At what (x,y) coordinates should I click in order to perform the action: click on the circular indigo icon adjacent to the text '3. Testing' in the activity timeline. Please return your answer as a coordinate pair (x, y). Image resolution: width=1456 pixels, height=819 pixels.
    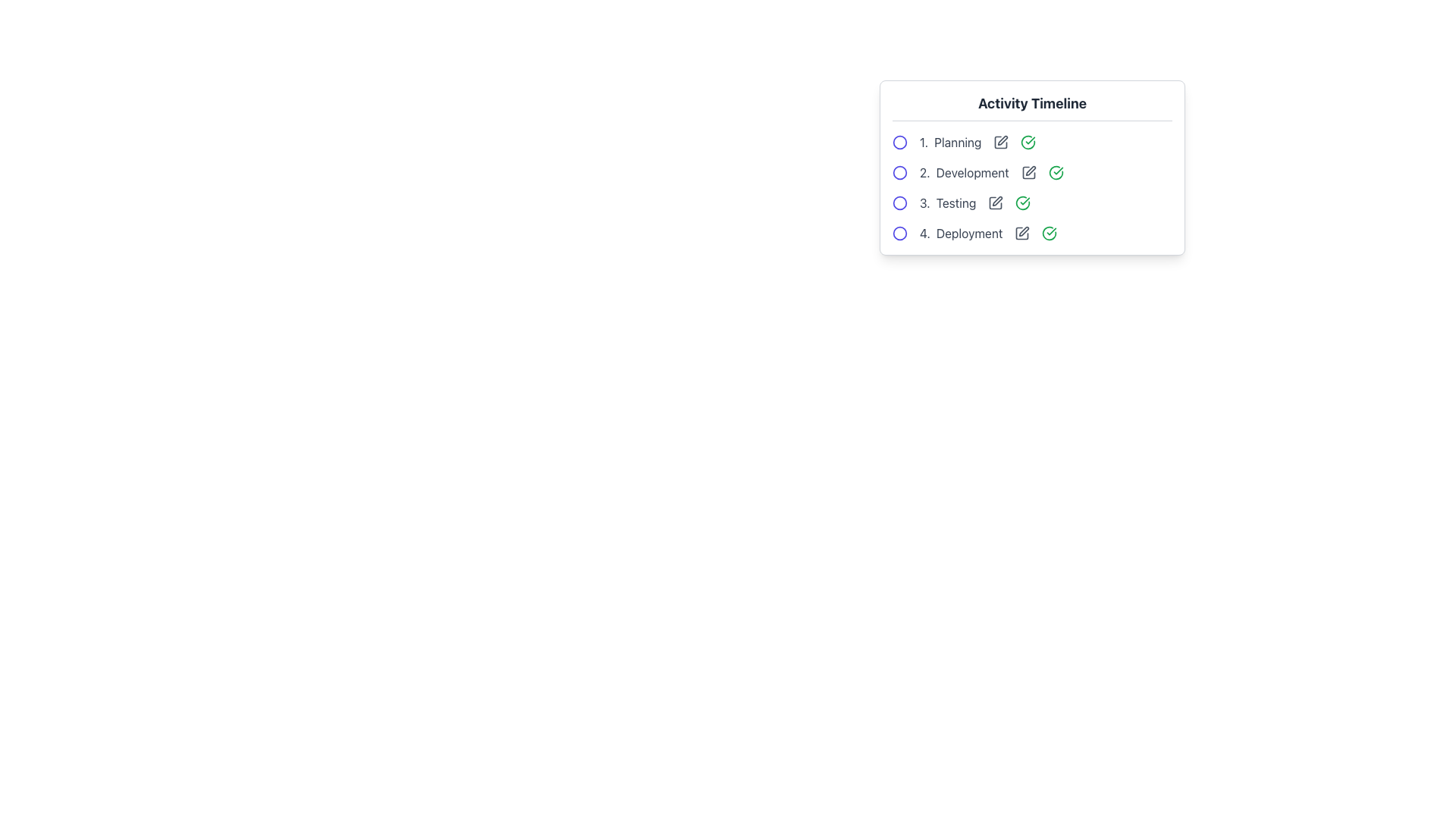
    Looking at the image, I should click on (899, 202).